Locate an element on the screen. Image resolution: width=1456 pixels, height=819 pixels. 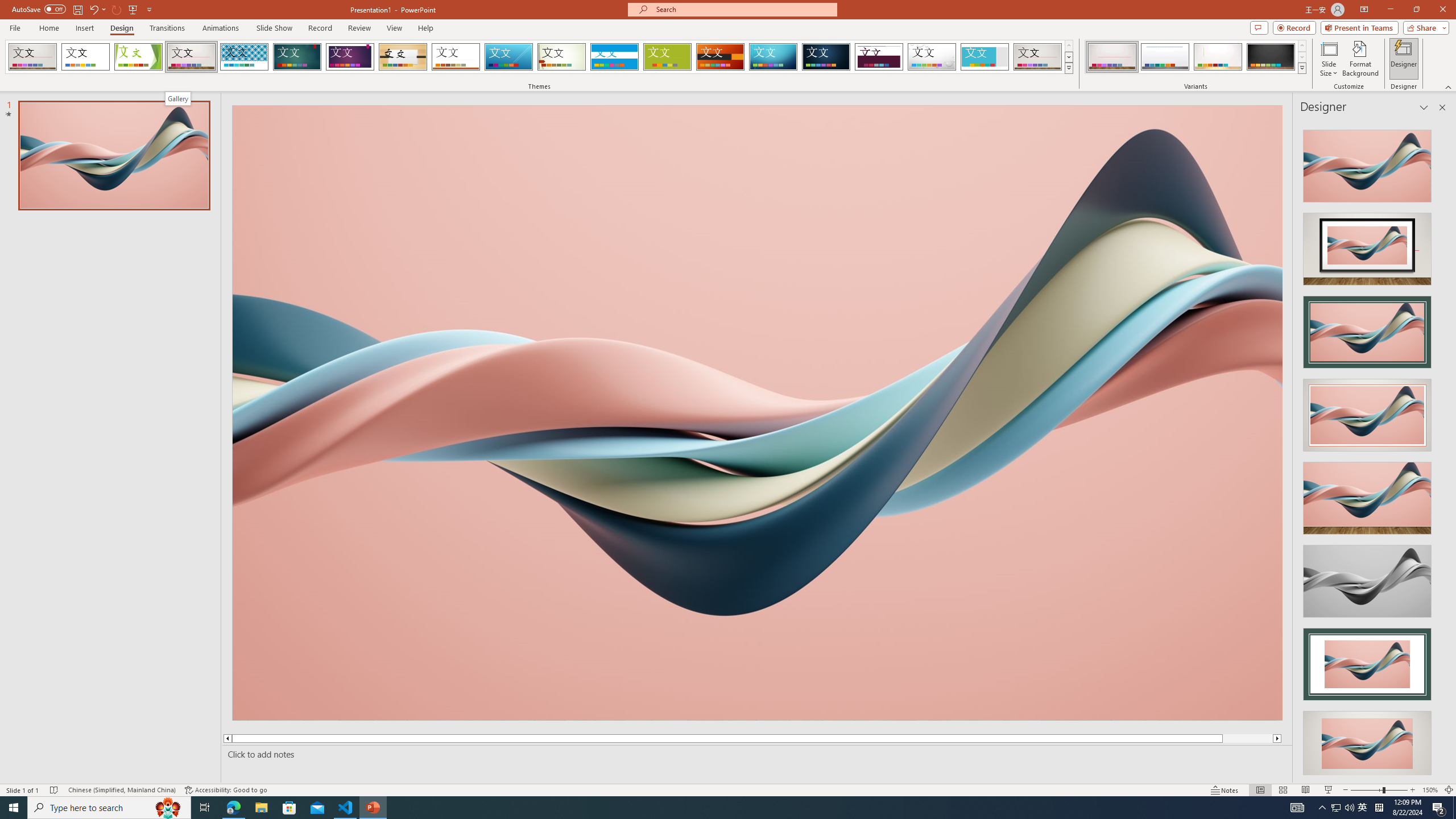
'Themes' is located at coordinates (1069, 67).